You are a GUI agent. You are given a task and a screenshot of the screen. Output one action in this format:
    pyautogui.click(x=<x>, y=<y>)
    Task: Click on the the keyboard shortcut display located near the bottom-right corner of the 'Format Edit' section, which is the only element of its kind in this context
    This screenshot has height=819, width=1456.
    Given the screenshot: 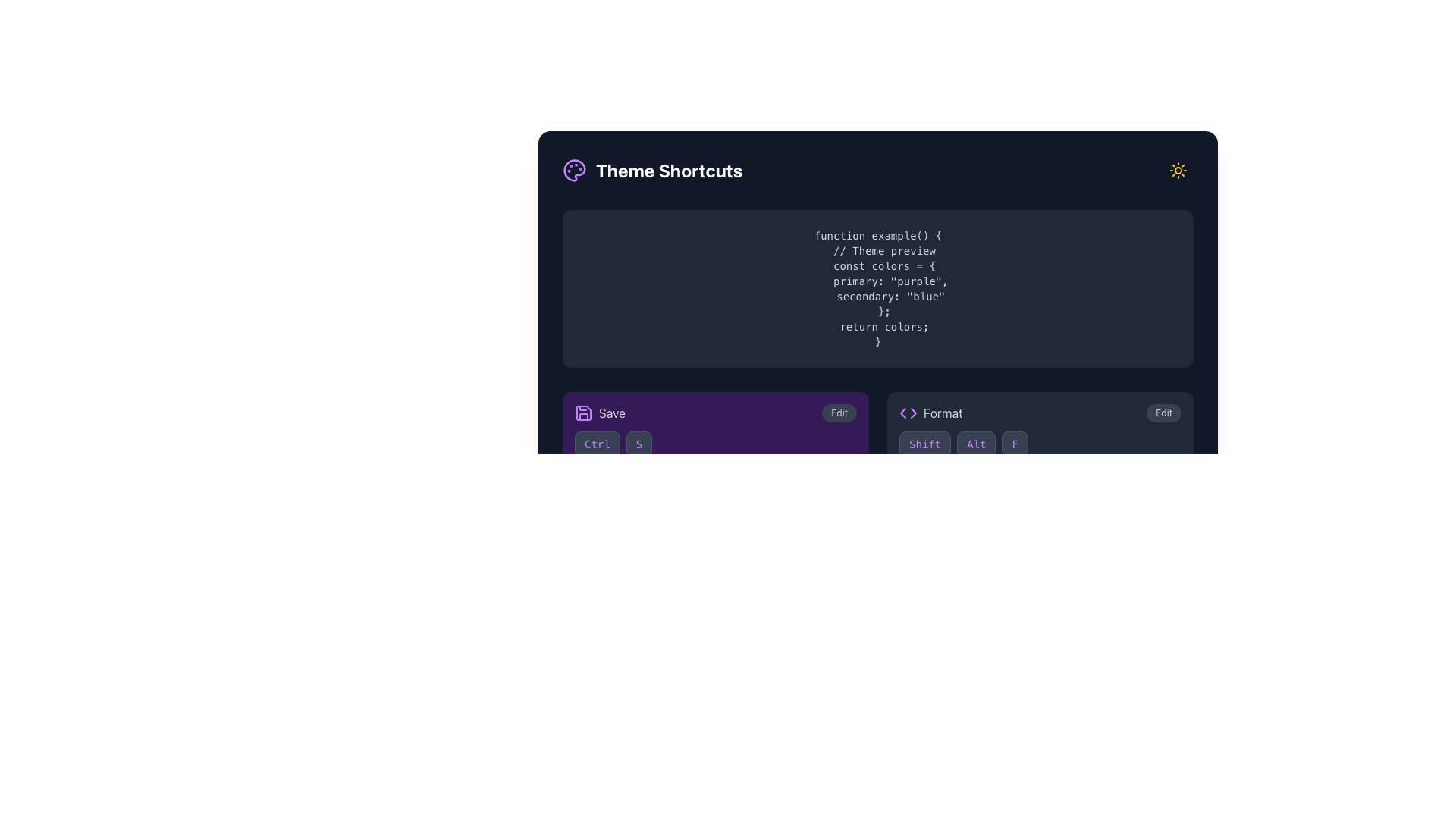 What is the action you would take?
    pyautogui.click(x=1040, y=444)
    